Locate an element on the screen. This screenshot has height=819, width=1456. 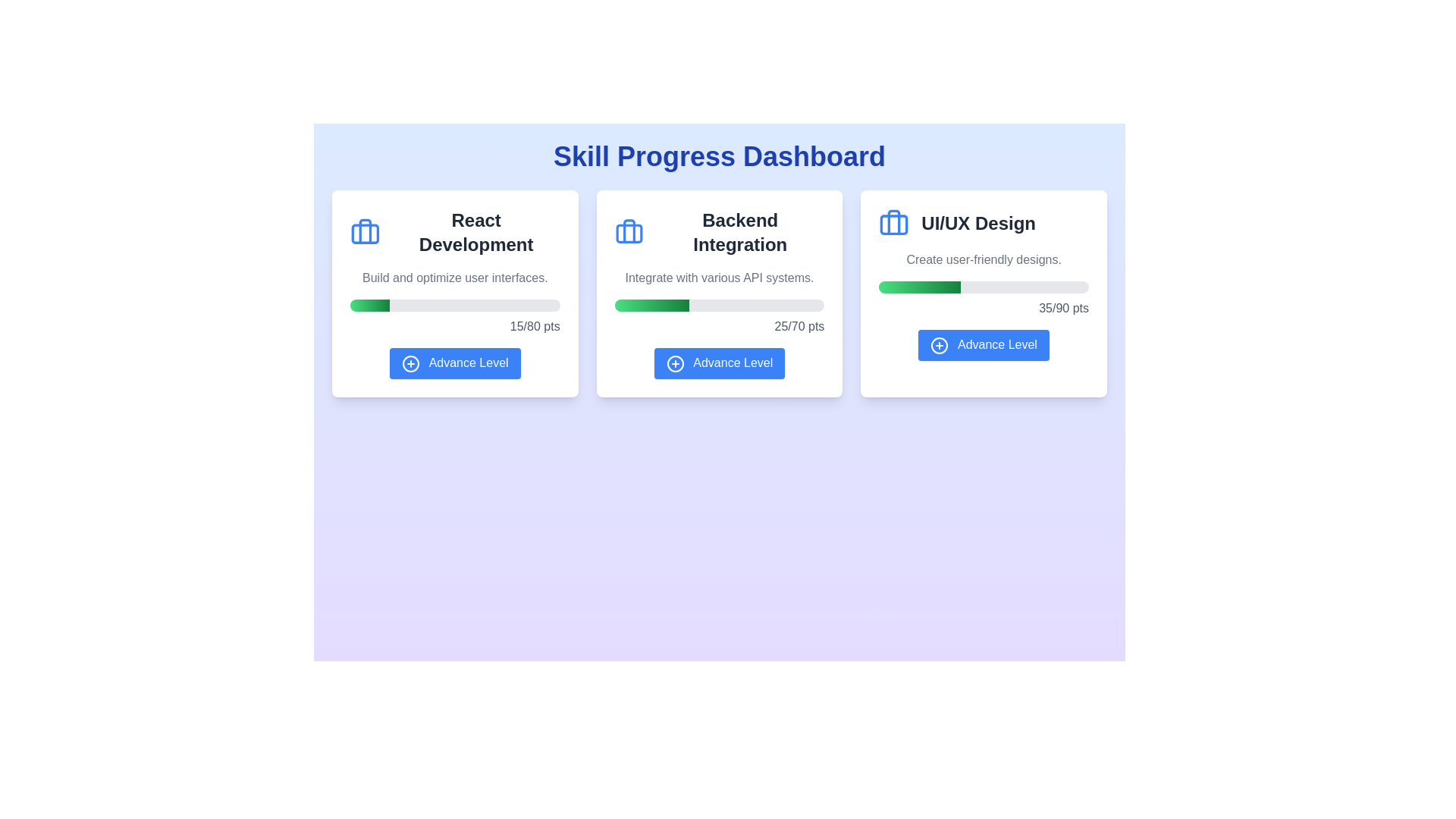
the circular blue icon with a white outline and a plus symbol inside, located on the left side of the 'Advance Level' button in the third card from the left in the 'UI/UX Design' section is located at coordinates (939, 345).